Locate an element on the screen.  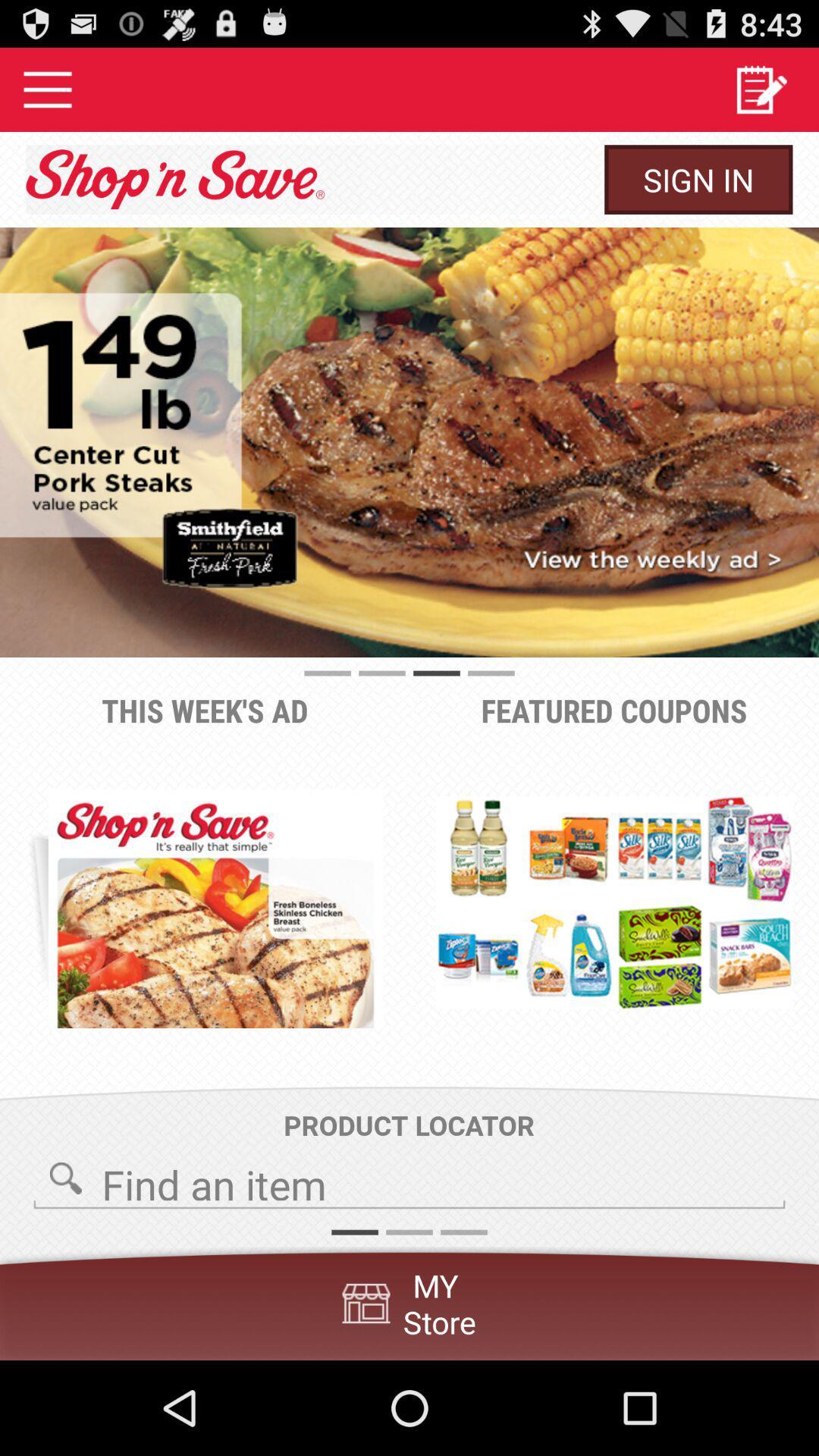
open search bar is located at coordinates (409, 1179).